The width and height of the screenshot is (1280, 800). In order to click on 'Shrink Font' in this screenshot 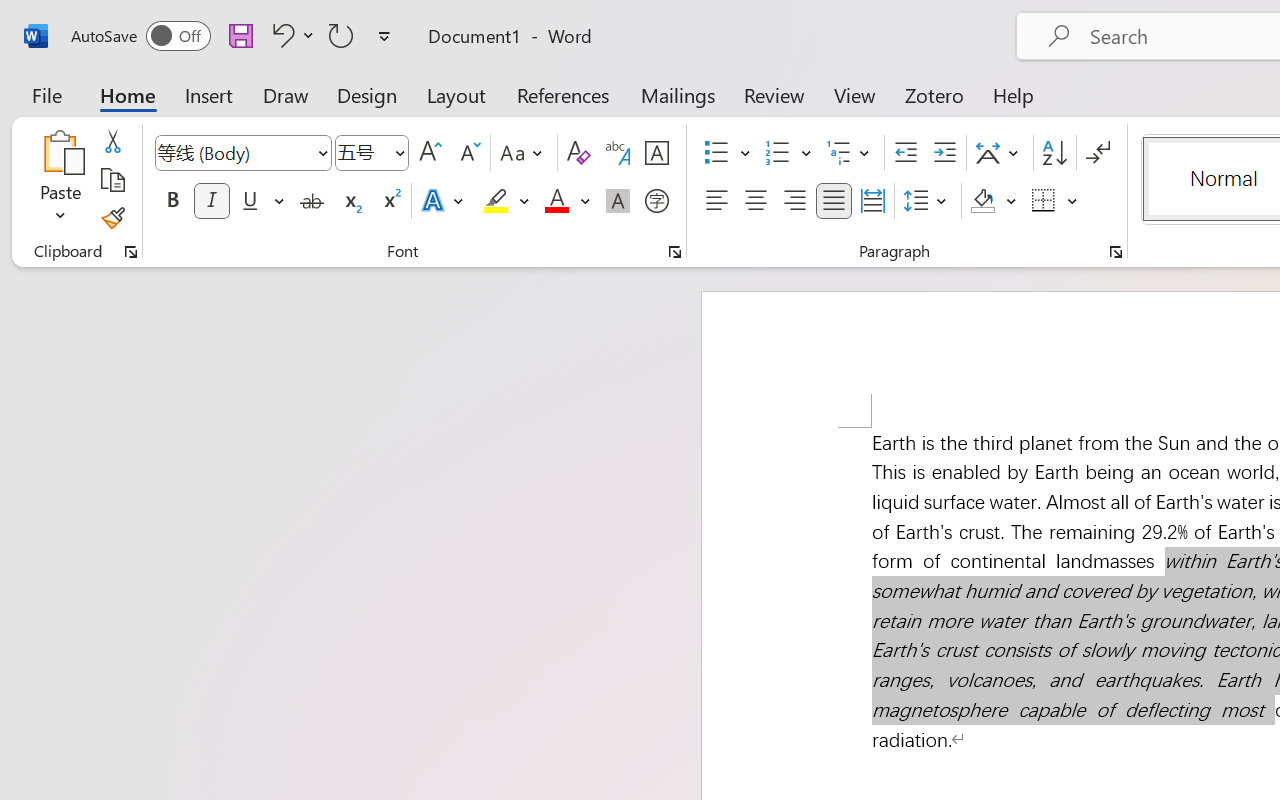, I will do `click(467, 153)`.